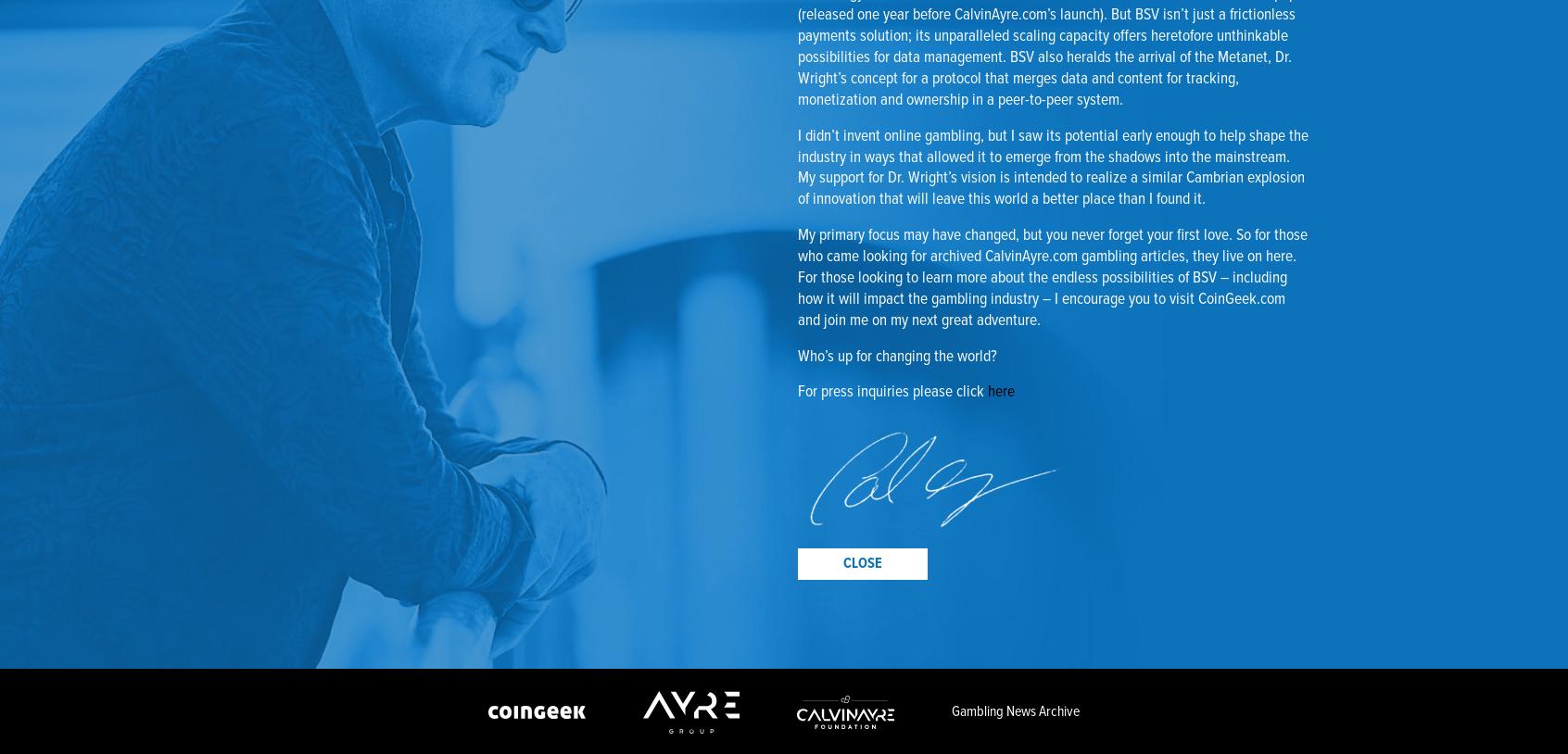  What do you see at coordinates (1242, 298) in the screenshot?
I see `'CoinGeek.com'` at bounding box center [1242, 298].